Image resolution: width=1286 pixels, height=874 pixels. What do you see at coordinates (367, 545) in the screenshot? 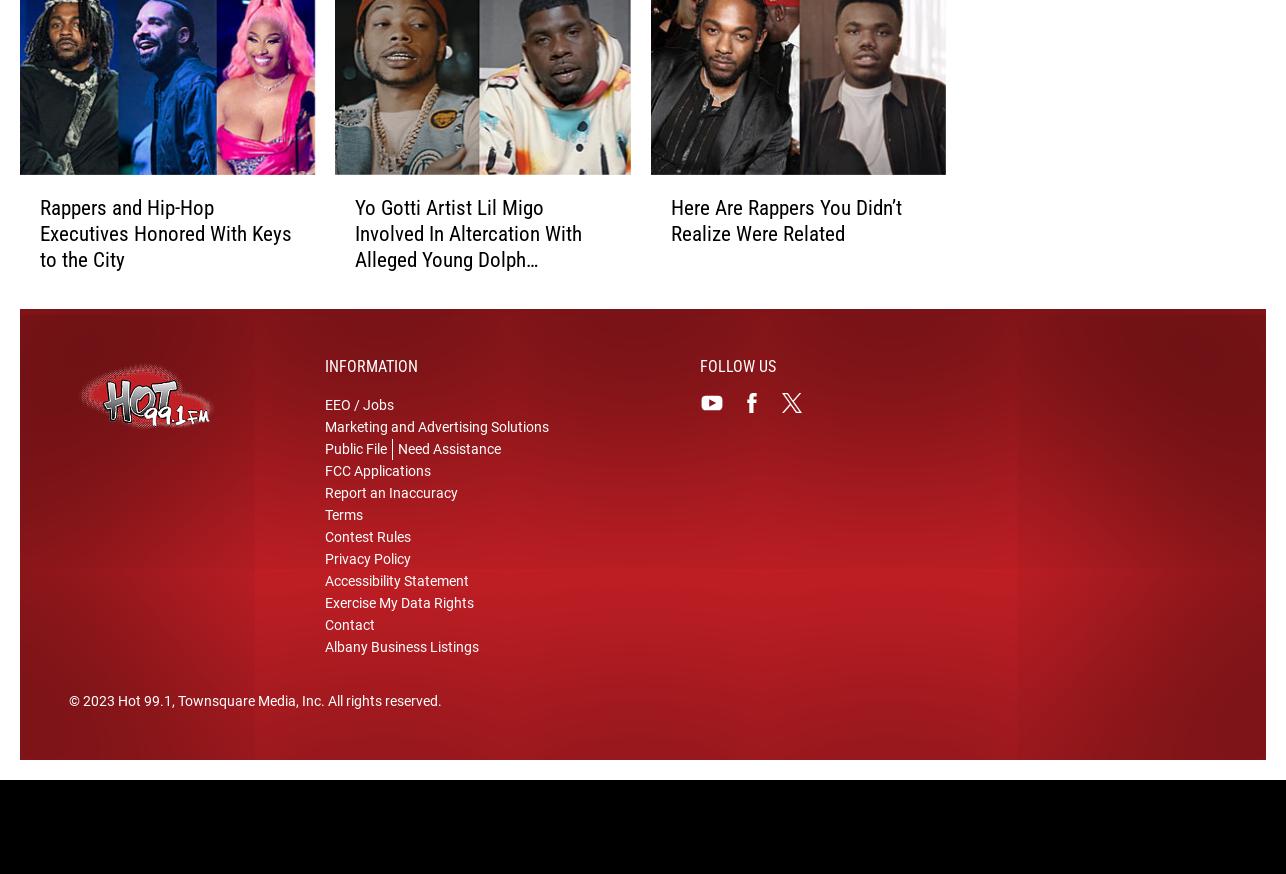
I see `'Contest Rules'` at bounding box center [367, 545].